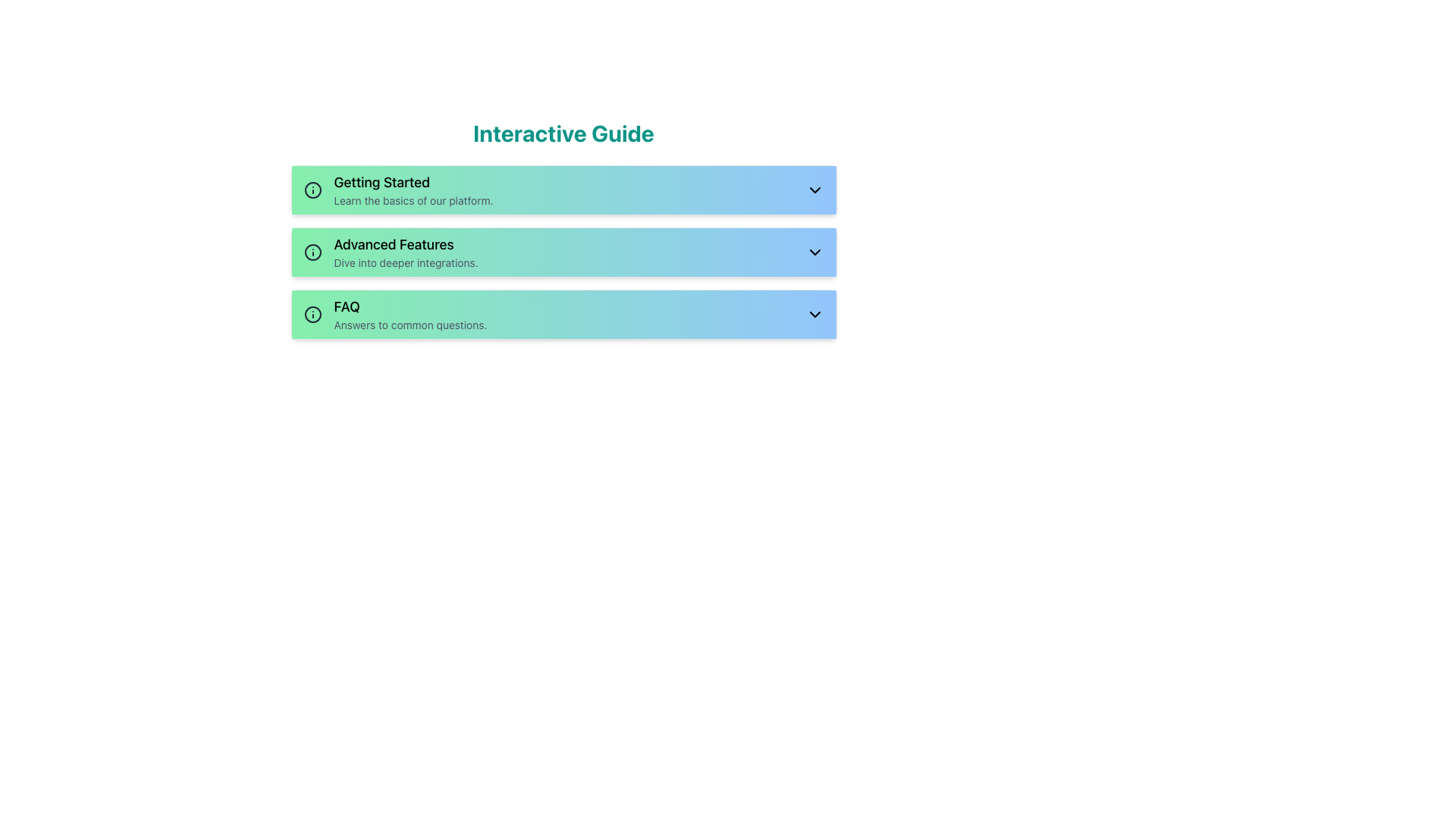 The width and height of the screenshot is (1456, 819). Describe the element at coordinates (563, 314) in the screenshot. I see `the frequently asked questions button located at the bottom of a vertical list of three components` at that location.